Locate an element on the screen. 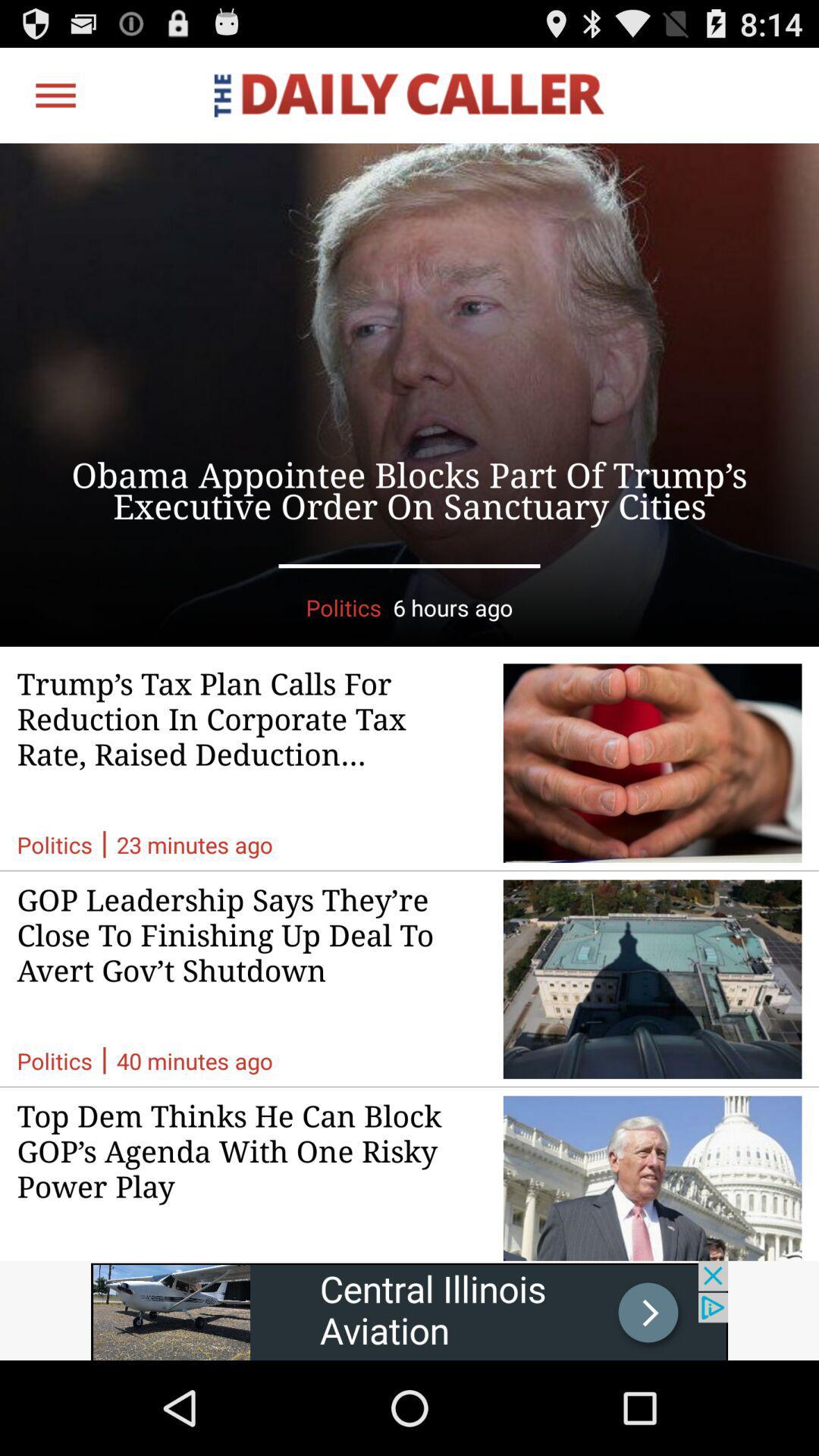 This screenshot has height=1456, width=819. show menu is located at coordinates (55, 94).